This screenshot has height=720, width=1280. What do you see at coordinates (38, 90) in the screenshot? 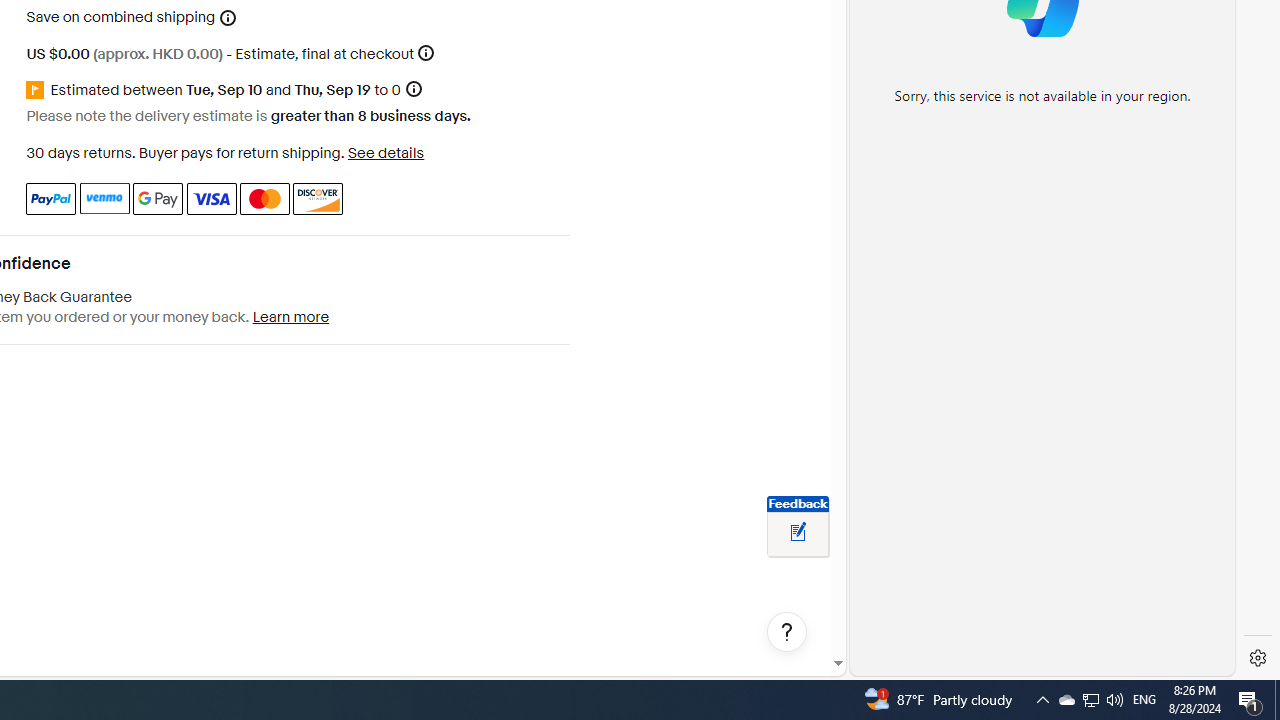
I see `'Delivery alert flag'` at bounding box center [38, 90].